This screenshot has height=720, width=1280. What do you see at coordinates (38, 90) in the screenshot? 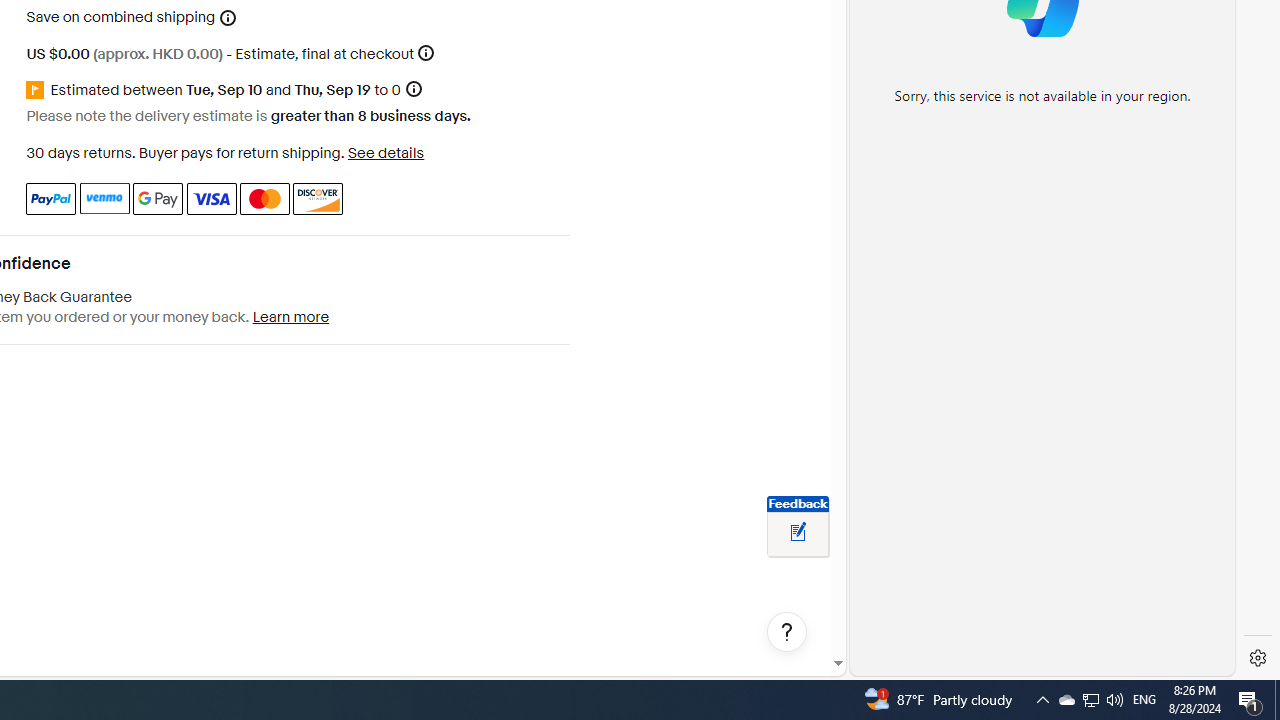
I see `'Delivery alert flag'` at bounding box center [38, 90].